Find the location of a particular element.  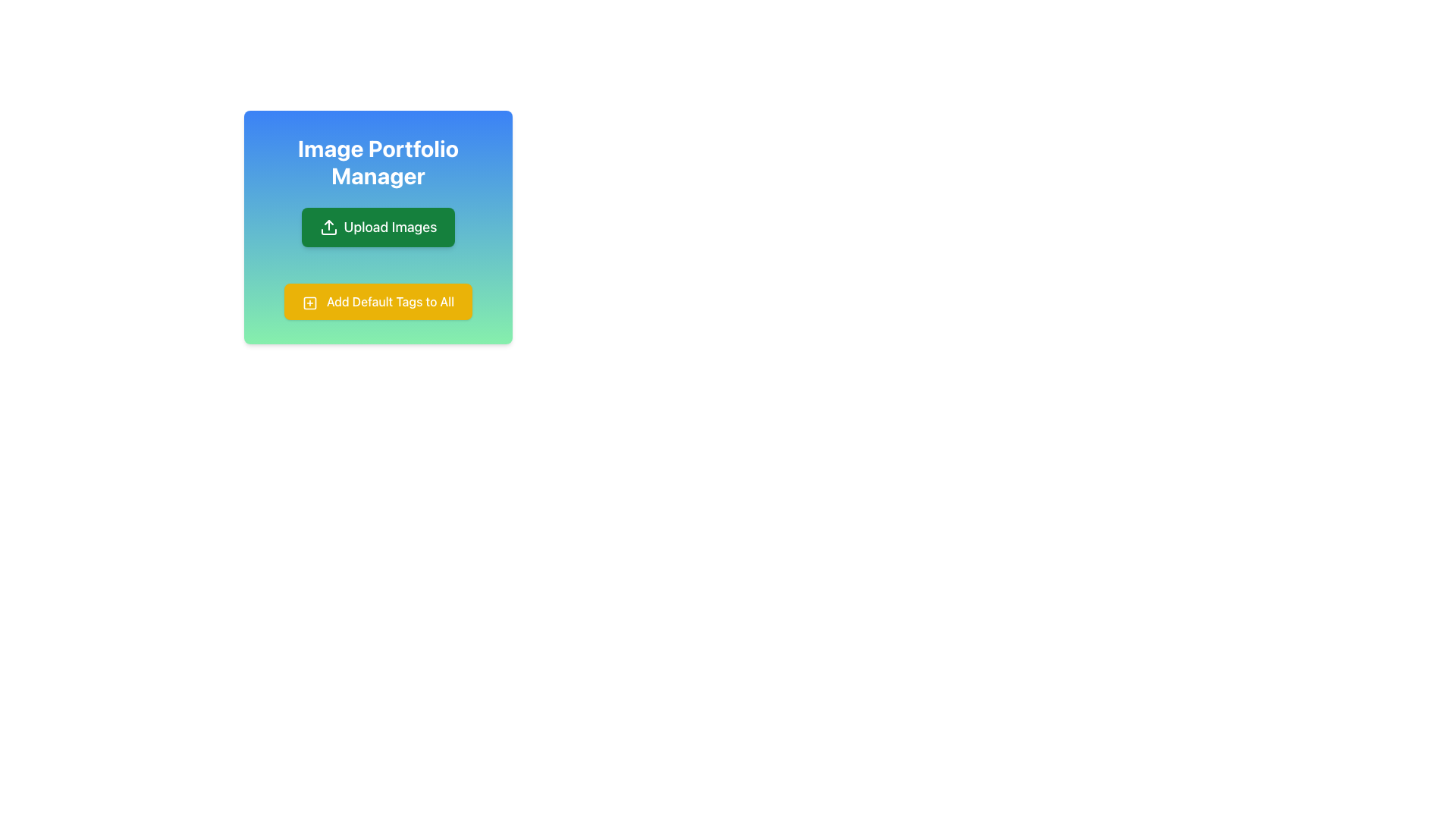

the image upload button located directly below the title 'Image Portfolio Manager' to observe the hover effects is located at coordinates (378, 227).